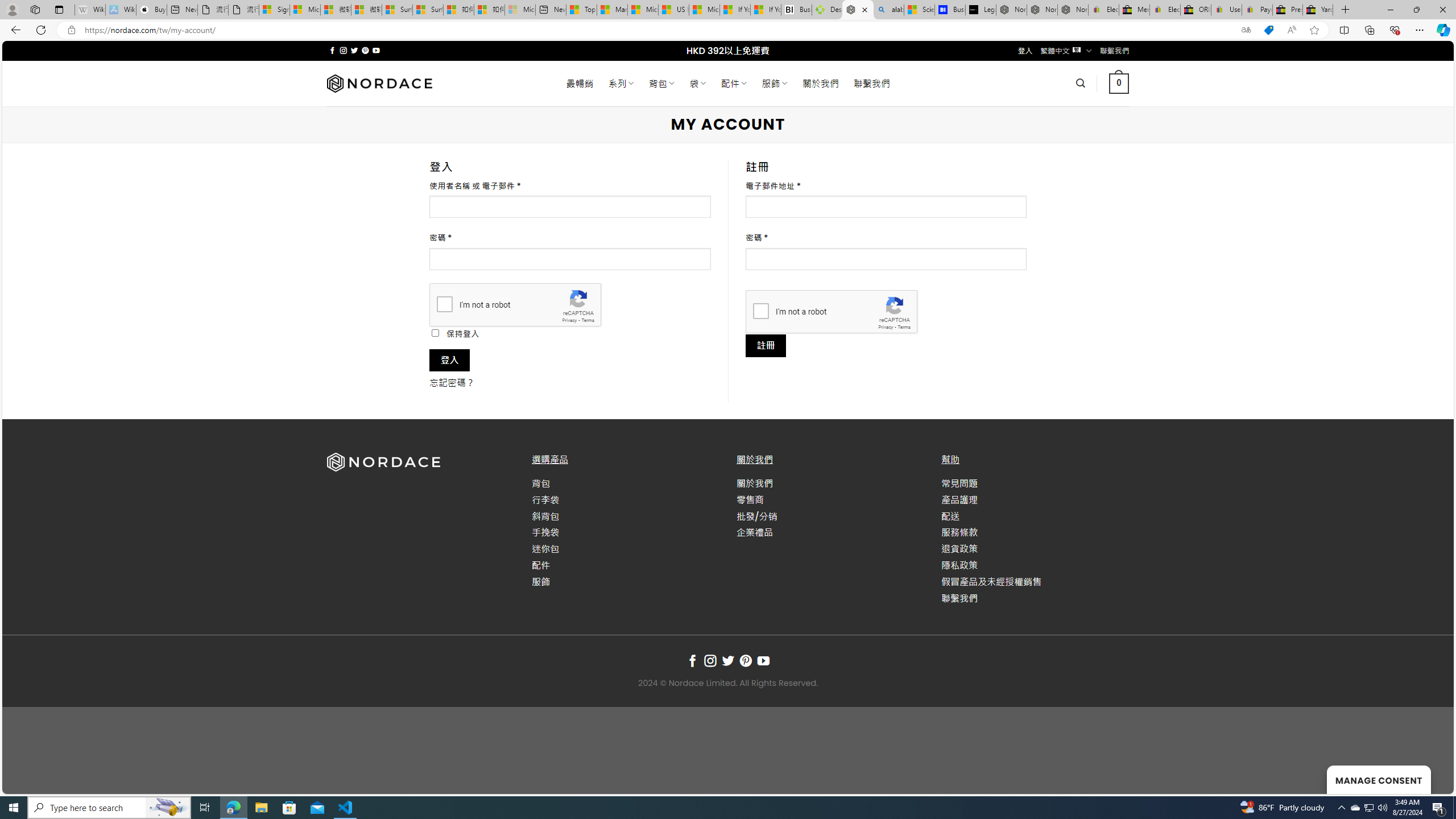  What do you see at coordinates (728, 660) in the screenshot?
I see `'Follow on Twitter'` at bounding box center [728, 660].